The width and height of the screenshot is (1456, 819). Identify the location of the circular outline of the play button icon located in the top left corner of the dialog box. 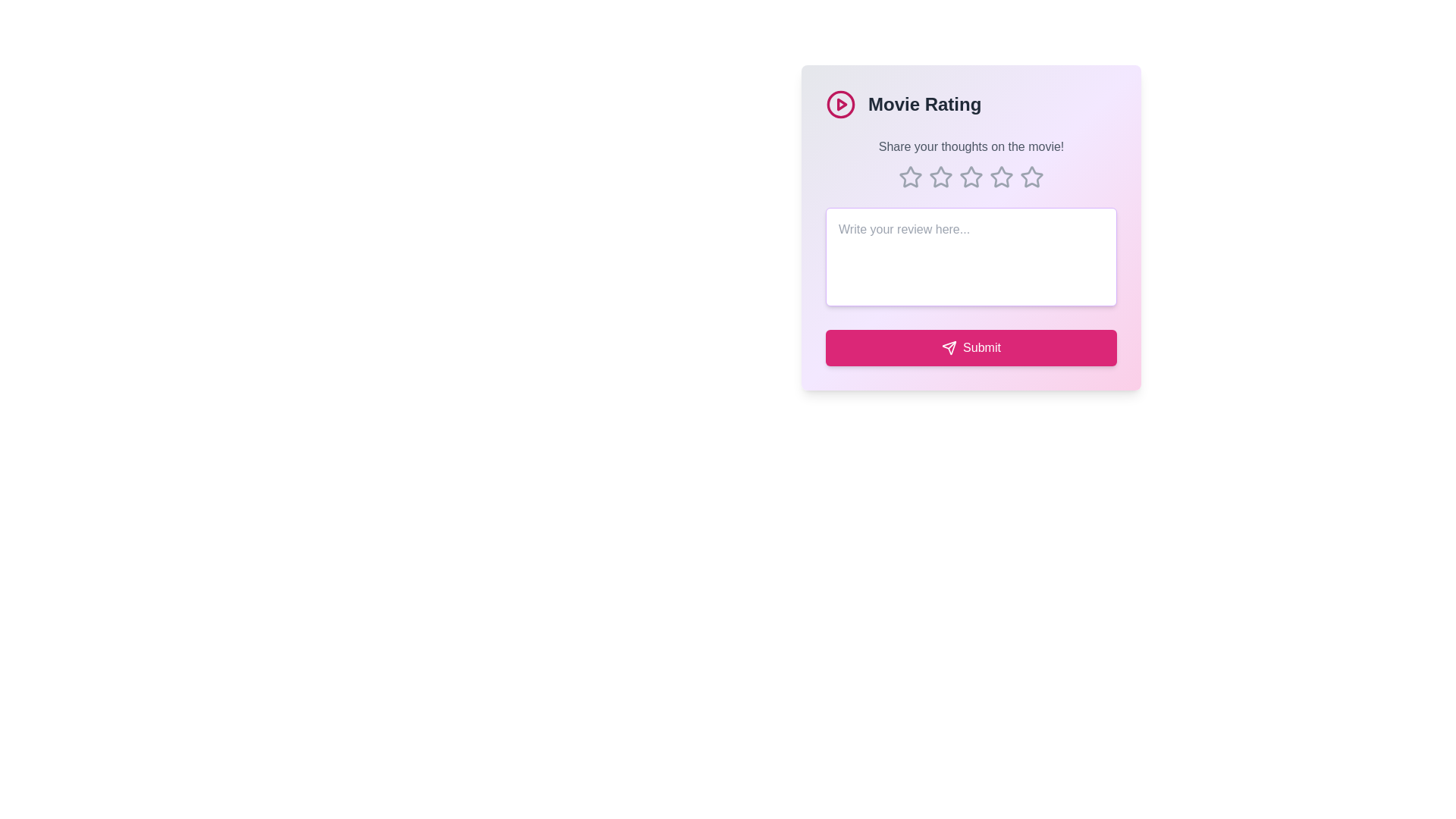
(839, 104).